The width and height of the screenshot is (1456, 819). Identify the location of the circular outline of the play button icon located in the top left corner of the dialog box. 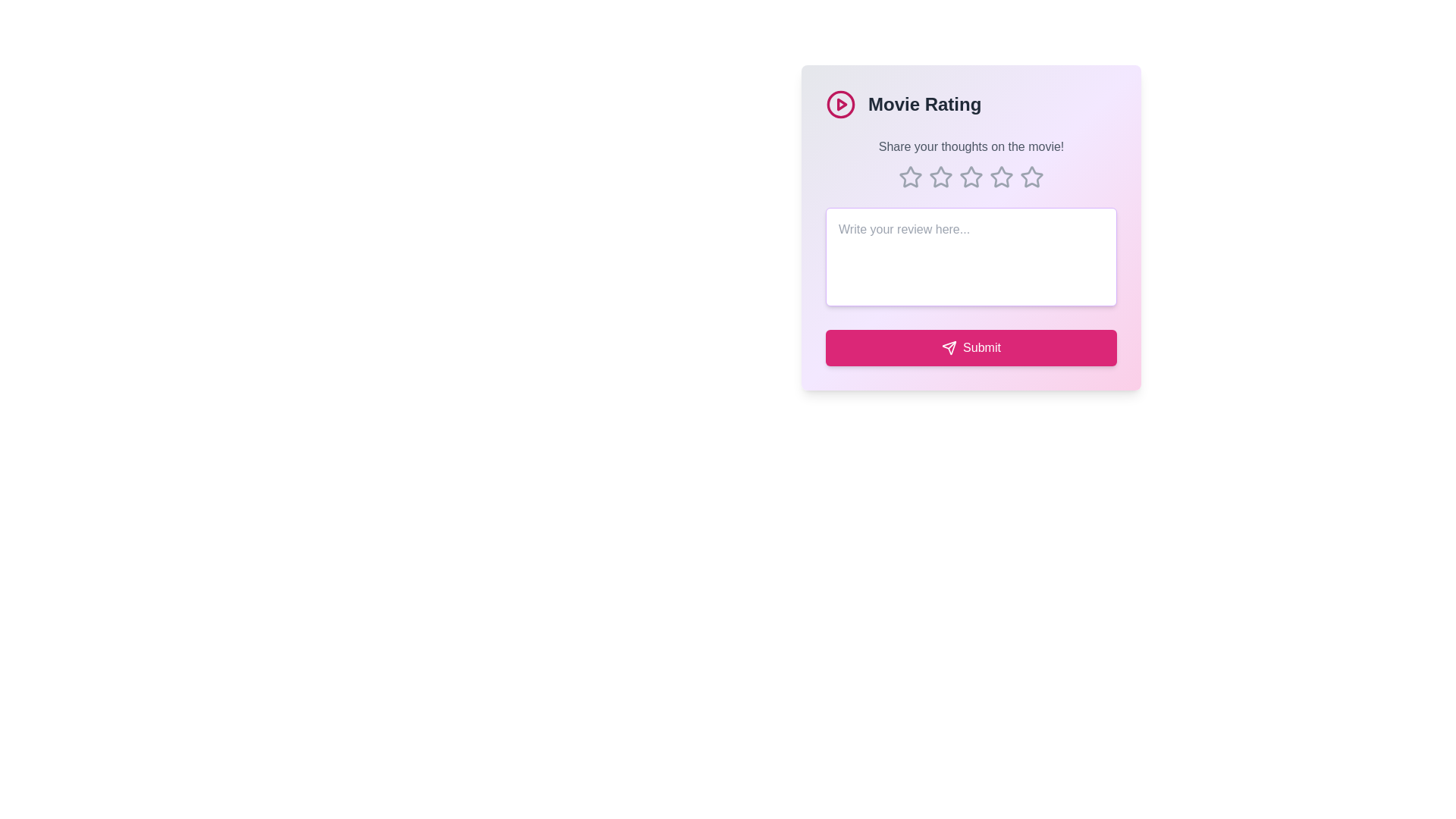
(839, 104).